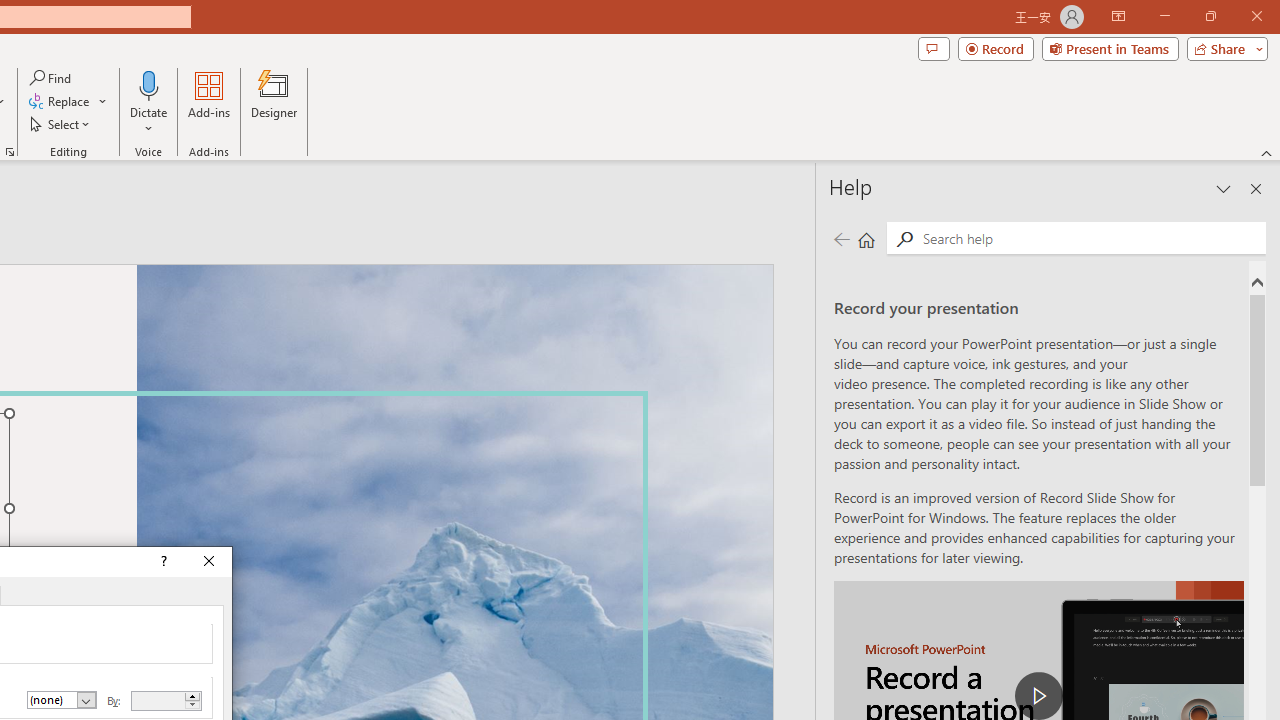  Describe the element at coordinates (157, 699) in the screenshot. I see `'By'` at that location.